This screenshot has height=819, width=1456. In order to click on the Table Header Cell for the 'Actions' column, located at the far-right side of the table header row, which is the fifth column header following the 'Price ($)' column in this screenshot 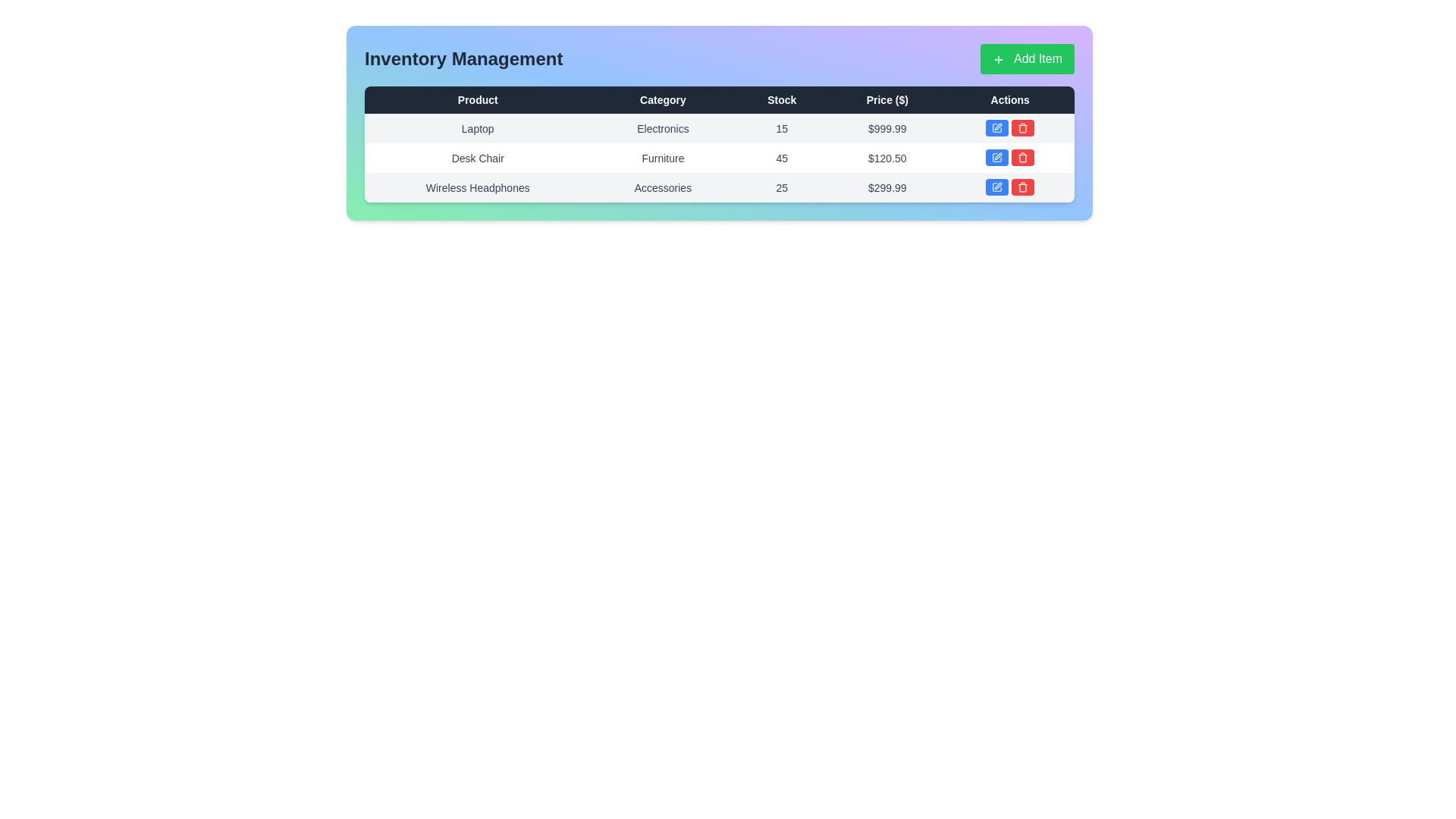, I will do `click(1010, 99)`.